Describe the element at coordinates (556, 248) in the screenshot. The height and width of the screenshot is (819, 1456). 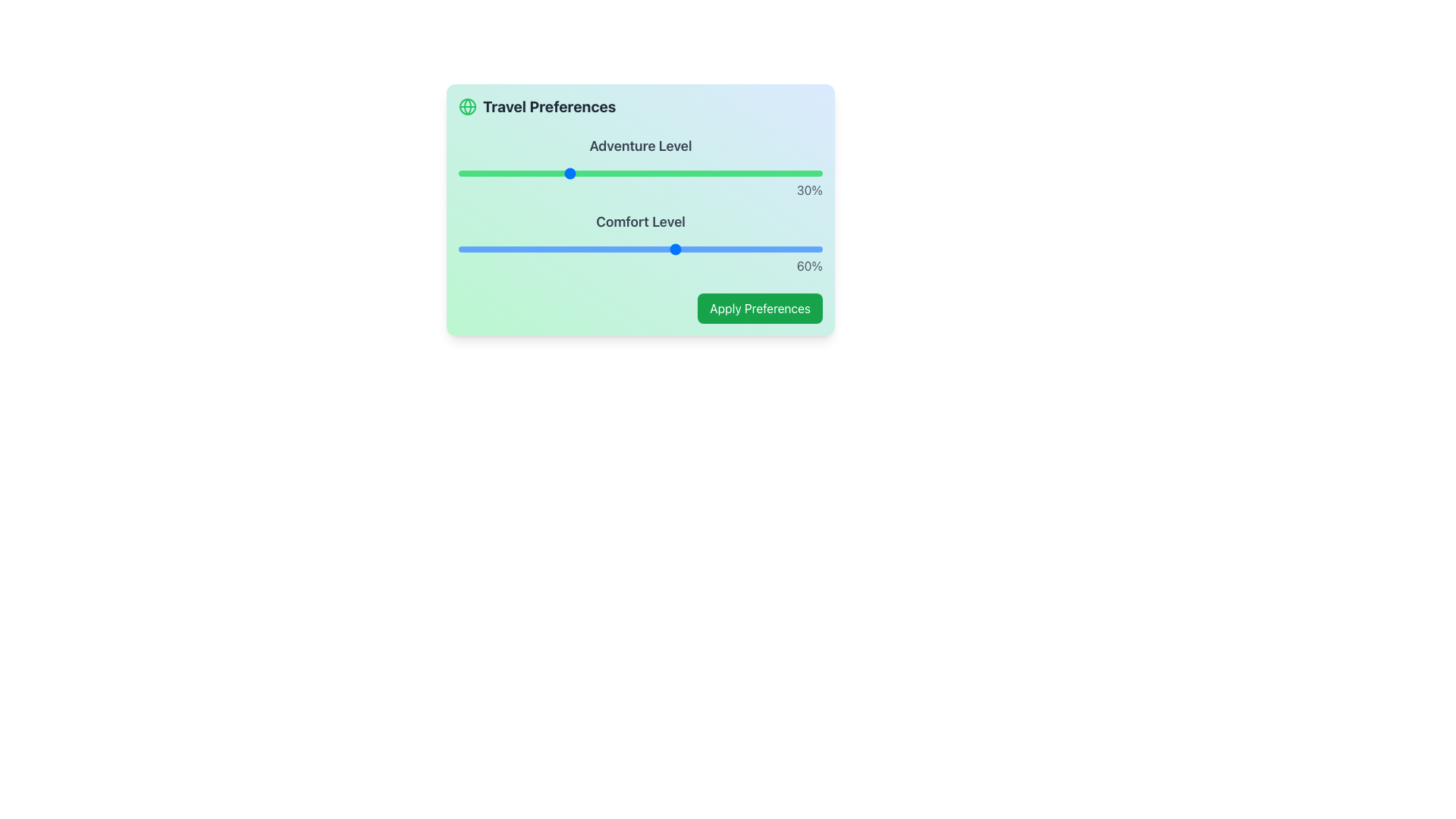
I see `the comfort level` at that location.